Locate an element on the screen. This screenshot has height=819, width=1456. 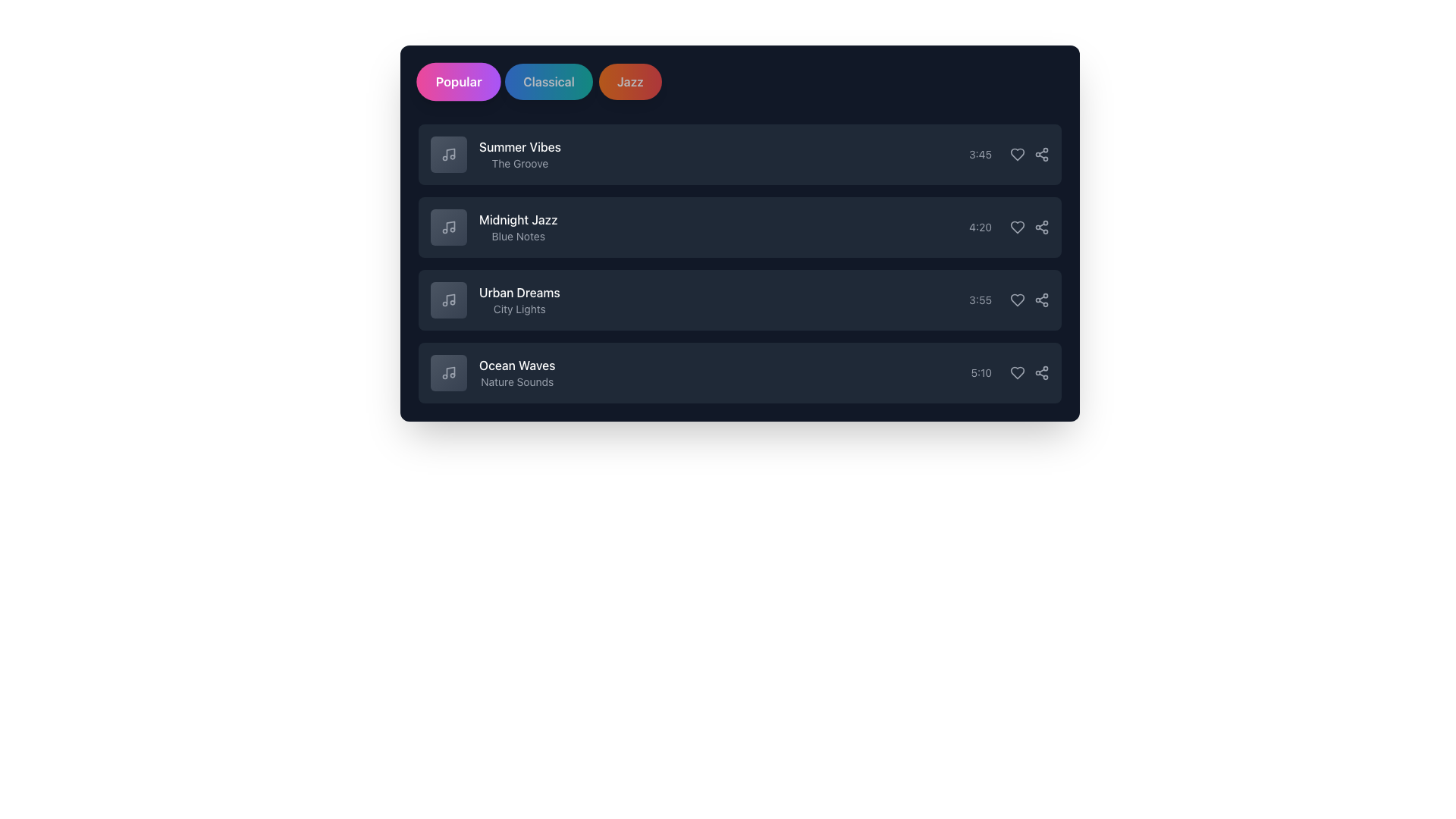
the heart and sharing icons in the bottom-right corner of the 'Ocean Waves - Nature Sounds' track is located at coordinates (1030, 373).